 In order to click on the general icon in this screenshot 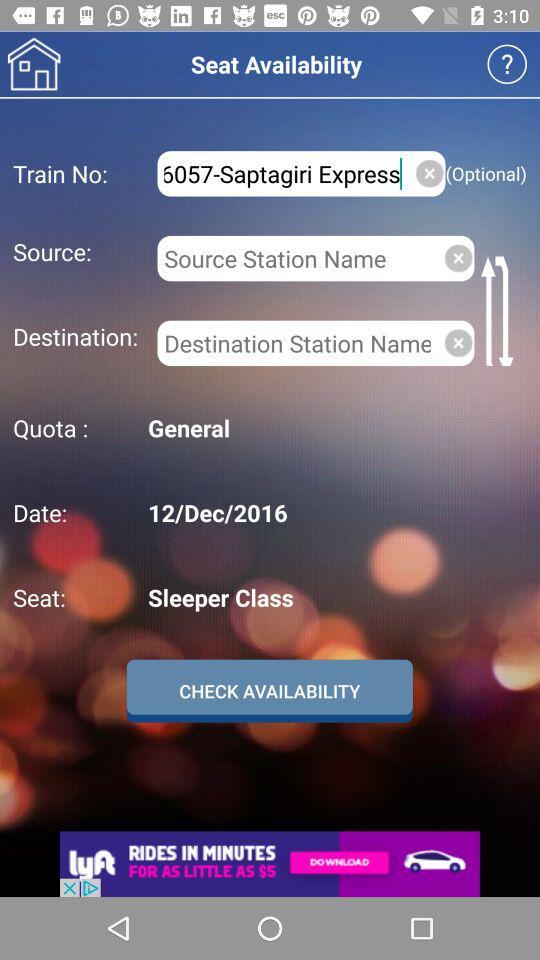, I will do `click(334, 428)`.